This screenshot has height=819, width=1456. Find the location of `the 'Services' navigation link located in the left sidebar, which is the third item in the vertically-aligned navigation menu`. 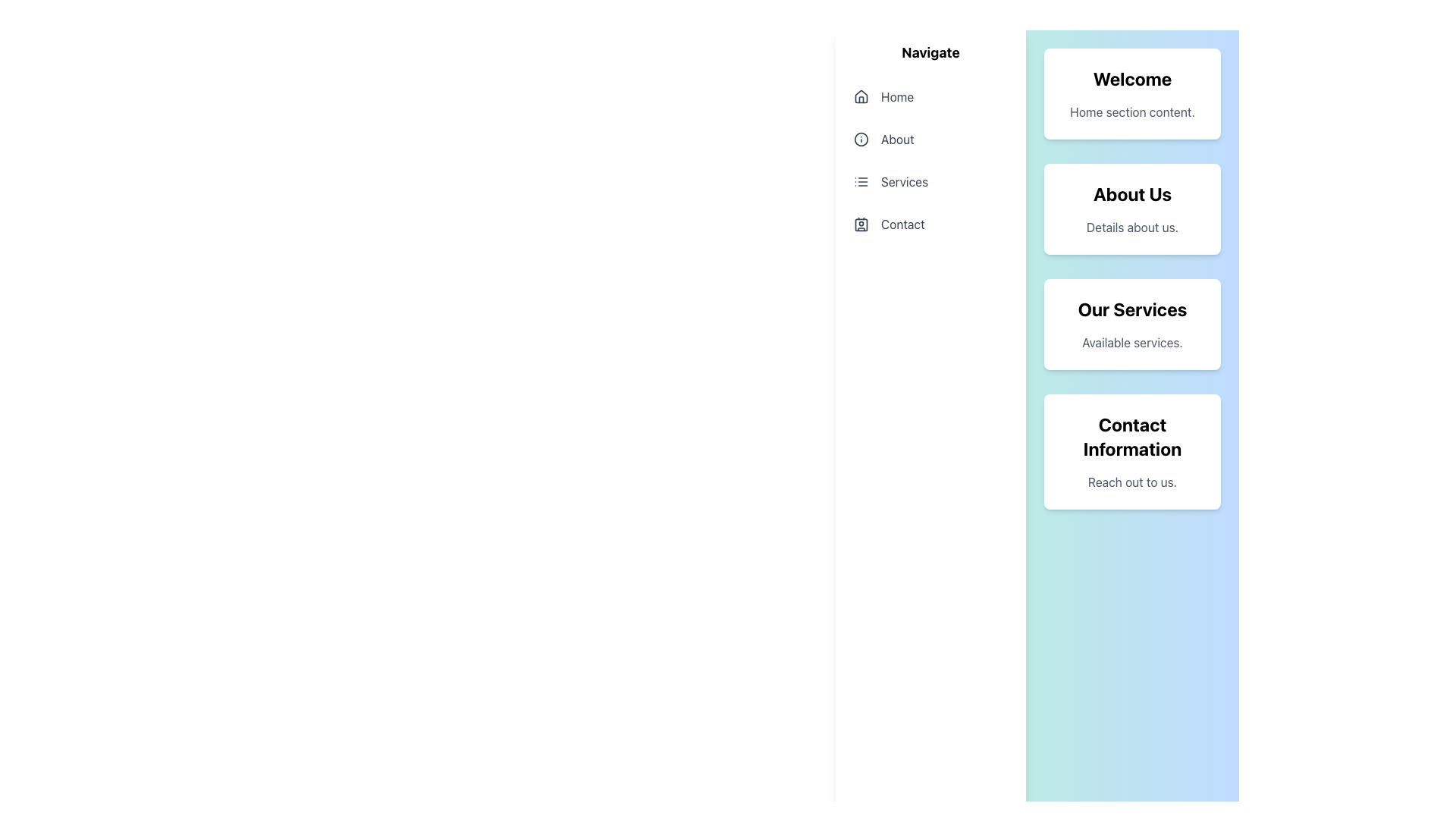

the 'Services' navigation link located in the left sidebar, which is the third item in the vertically-aligned navigation menu is located at coordinates (930, 180).